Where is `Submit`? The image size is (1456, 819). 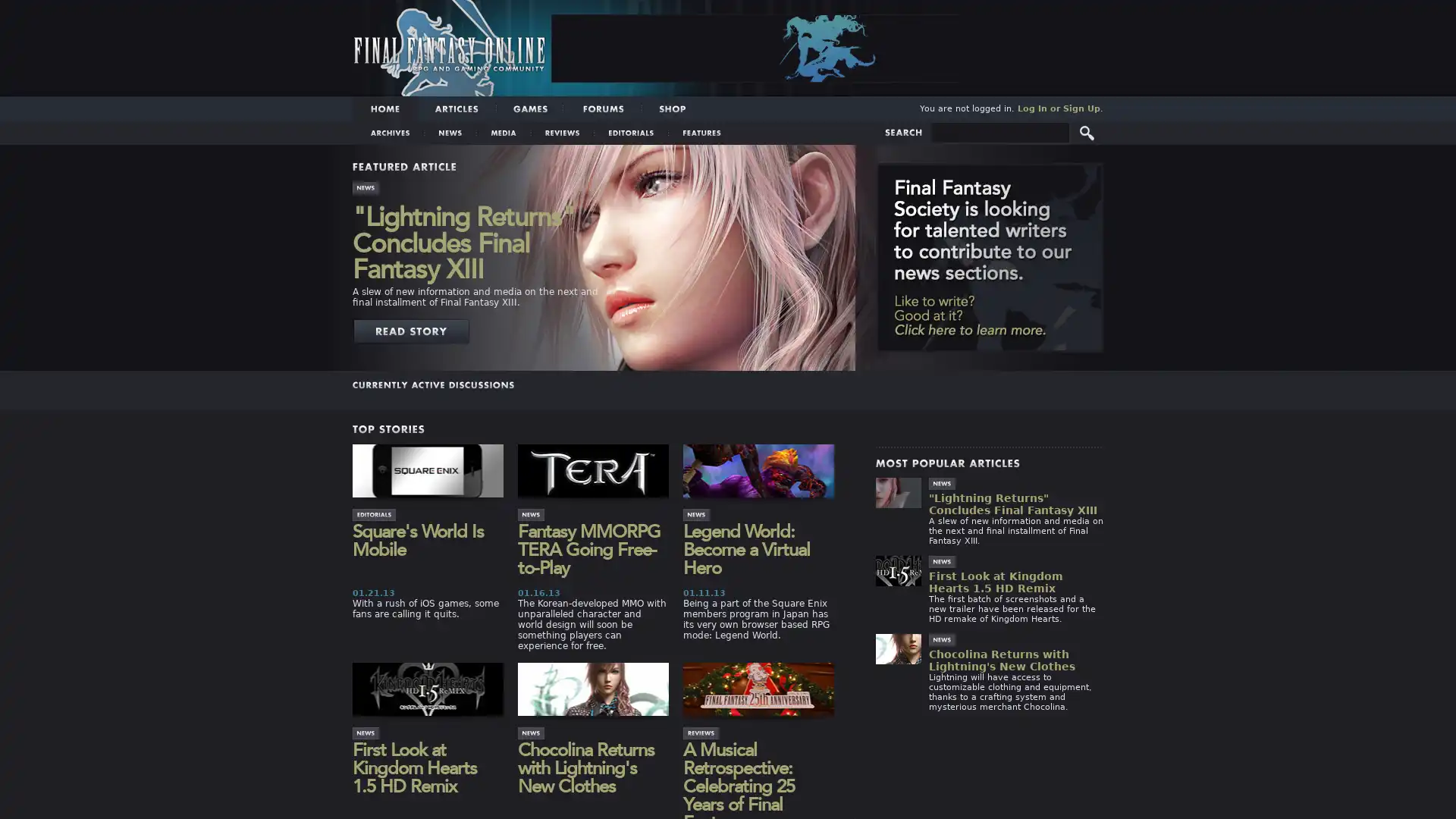
Submit is located at coordinates (1086, 131).